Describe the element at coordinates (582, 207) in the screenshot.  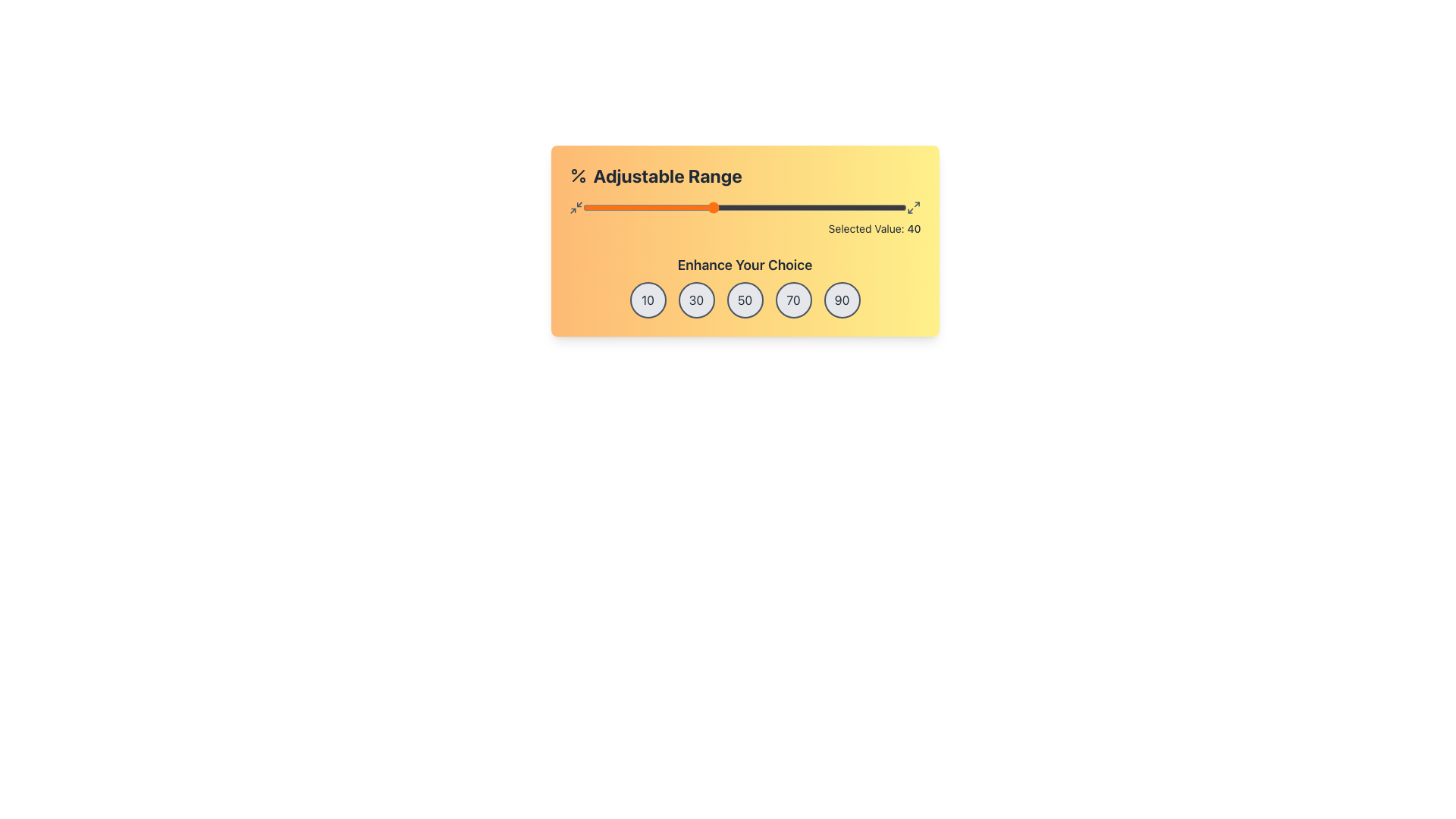
I see `the slider value` at that location.